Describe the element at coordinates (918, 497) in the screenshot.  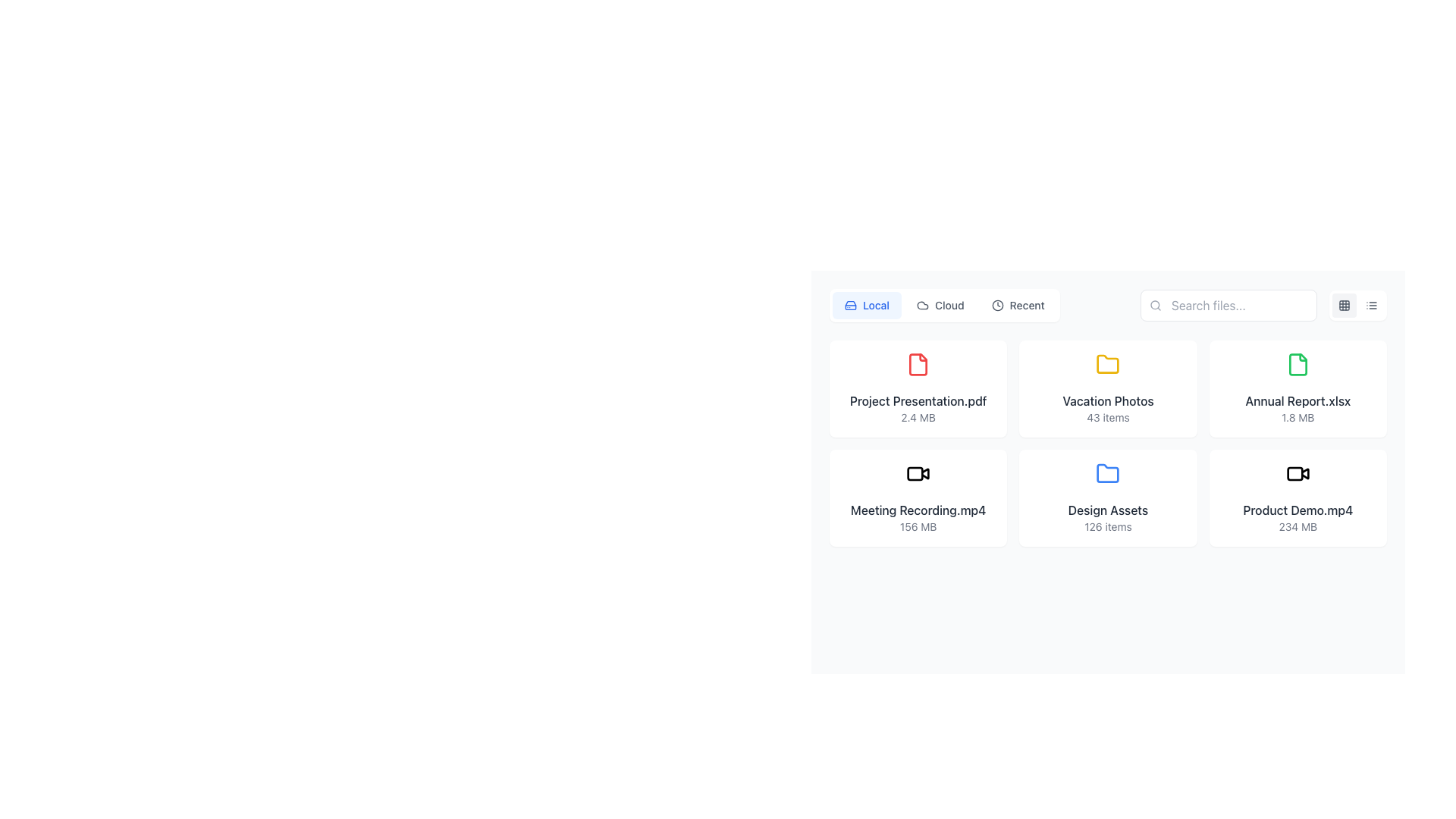
I see `the file preview component representing 'Meeting Recording.mp4'` at that location.